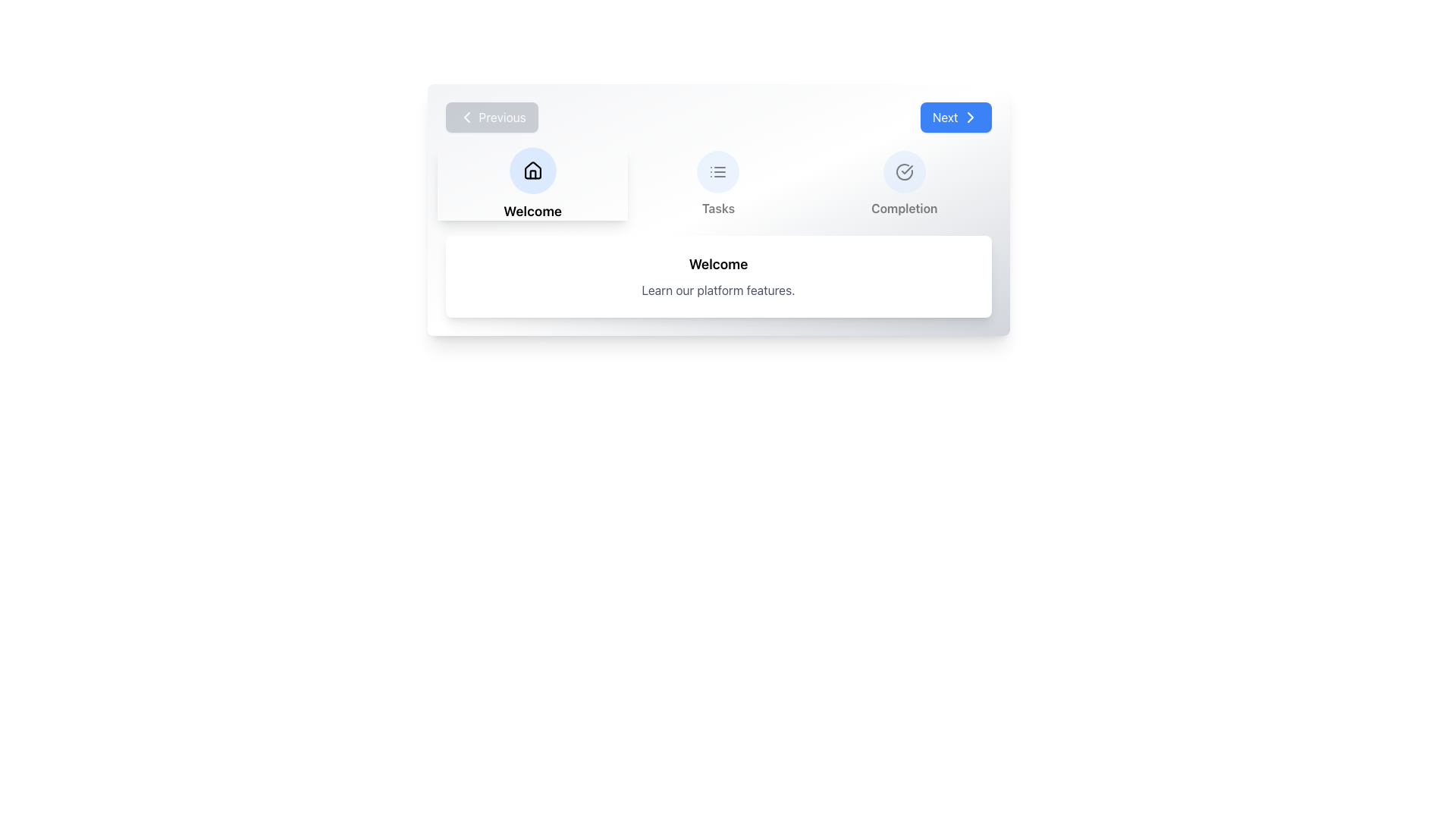 Image resolution: width=1456 pixels, height=819 pixels. What do you see at coordinates (532, 171) in the screenshot?
I see `the house icon representing the 'Welcome' section of the navigation bar, which is styled with a vector-based outline and positioned within a circular blue background` at bounding box center [532, 171].